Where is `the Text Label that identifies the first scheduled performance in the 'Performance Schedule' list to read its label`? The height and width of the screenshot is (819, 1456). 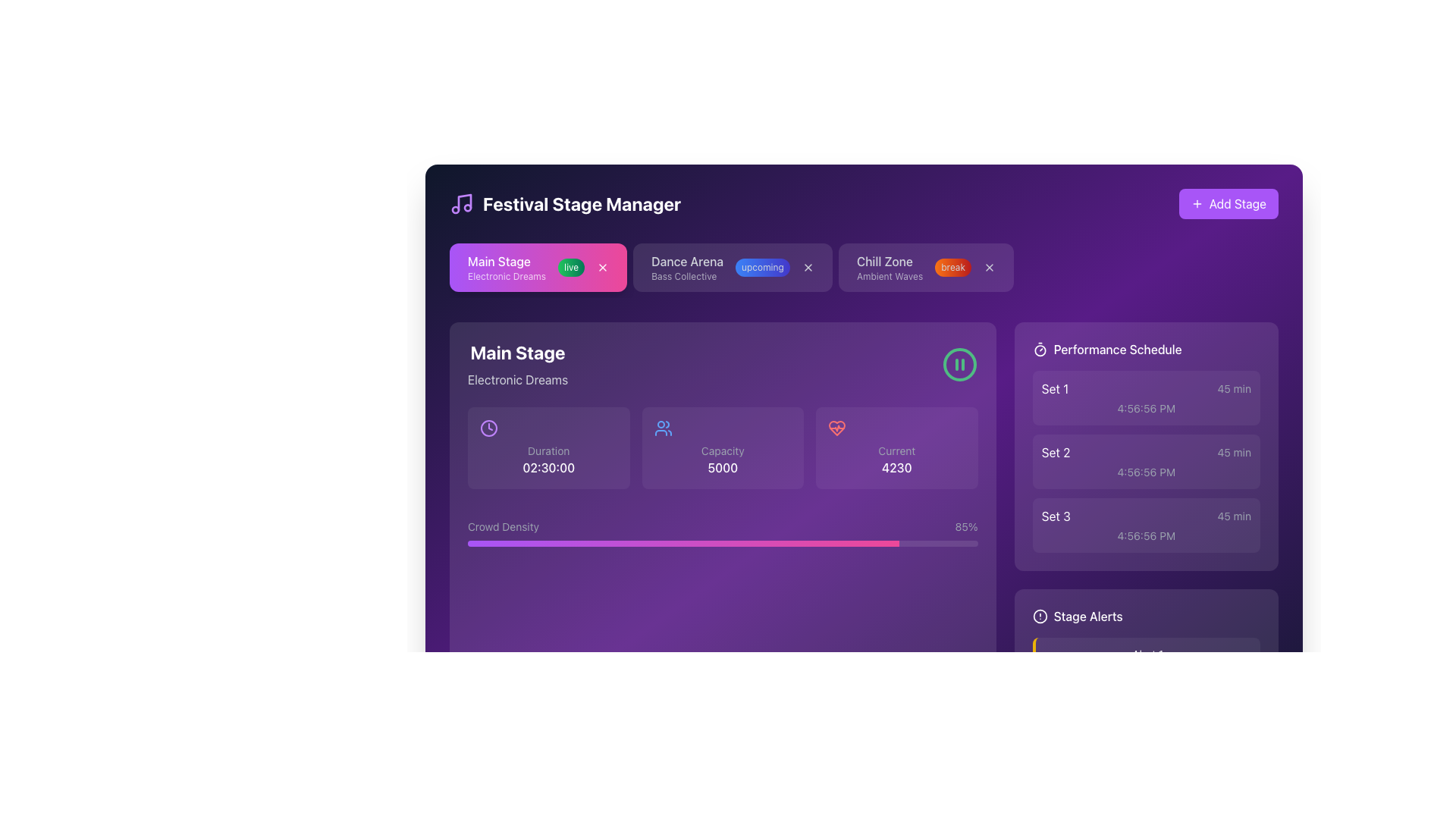 the Text Label that identifies the first scheduled performance in the 'Performance Schedule' list to read its label is located at coordinates (1054, 388).